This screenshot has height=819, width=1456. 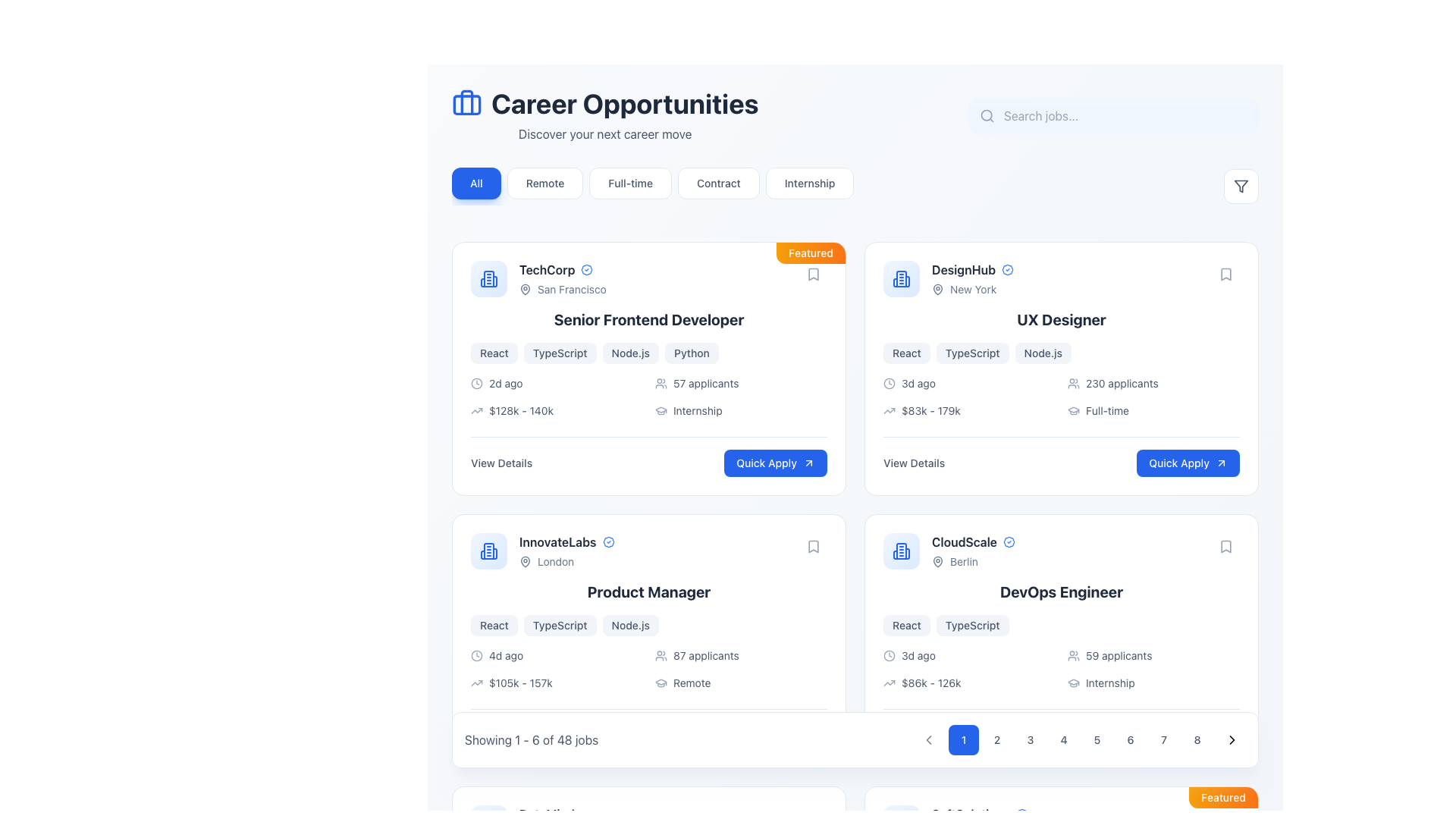 I want to click on the text label indicating the geographical location of the 'TechCorp' job opportunity, located below the 'TechCorp' name and next to the map pin icon, so click(x=562, y=289).